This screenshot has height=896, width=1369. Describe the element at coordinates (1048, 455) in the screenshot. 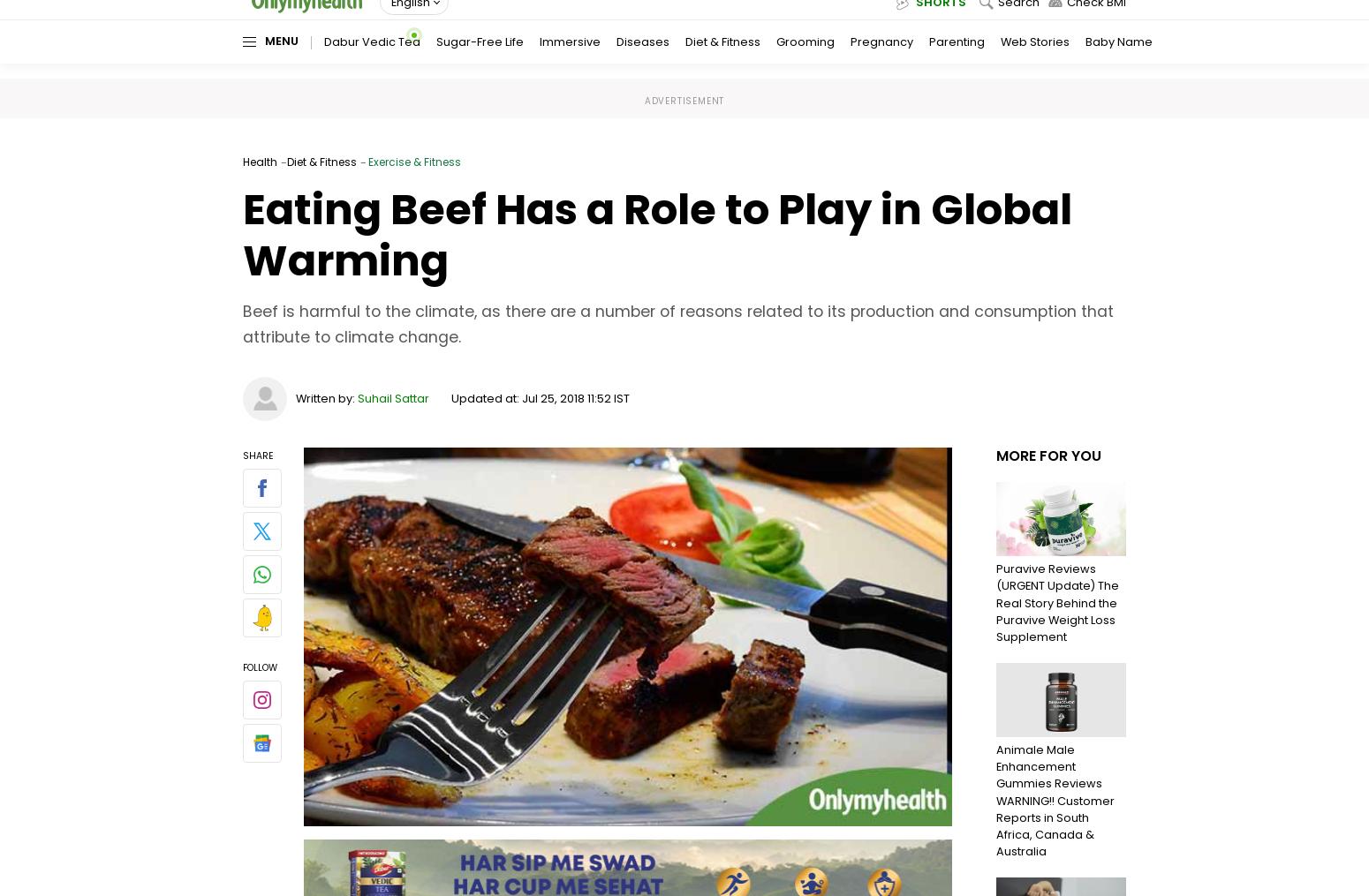

I see `'MORE FOR YOU'` at that location.